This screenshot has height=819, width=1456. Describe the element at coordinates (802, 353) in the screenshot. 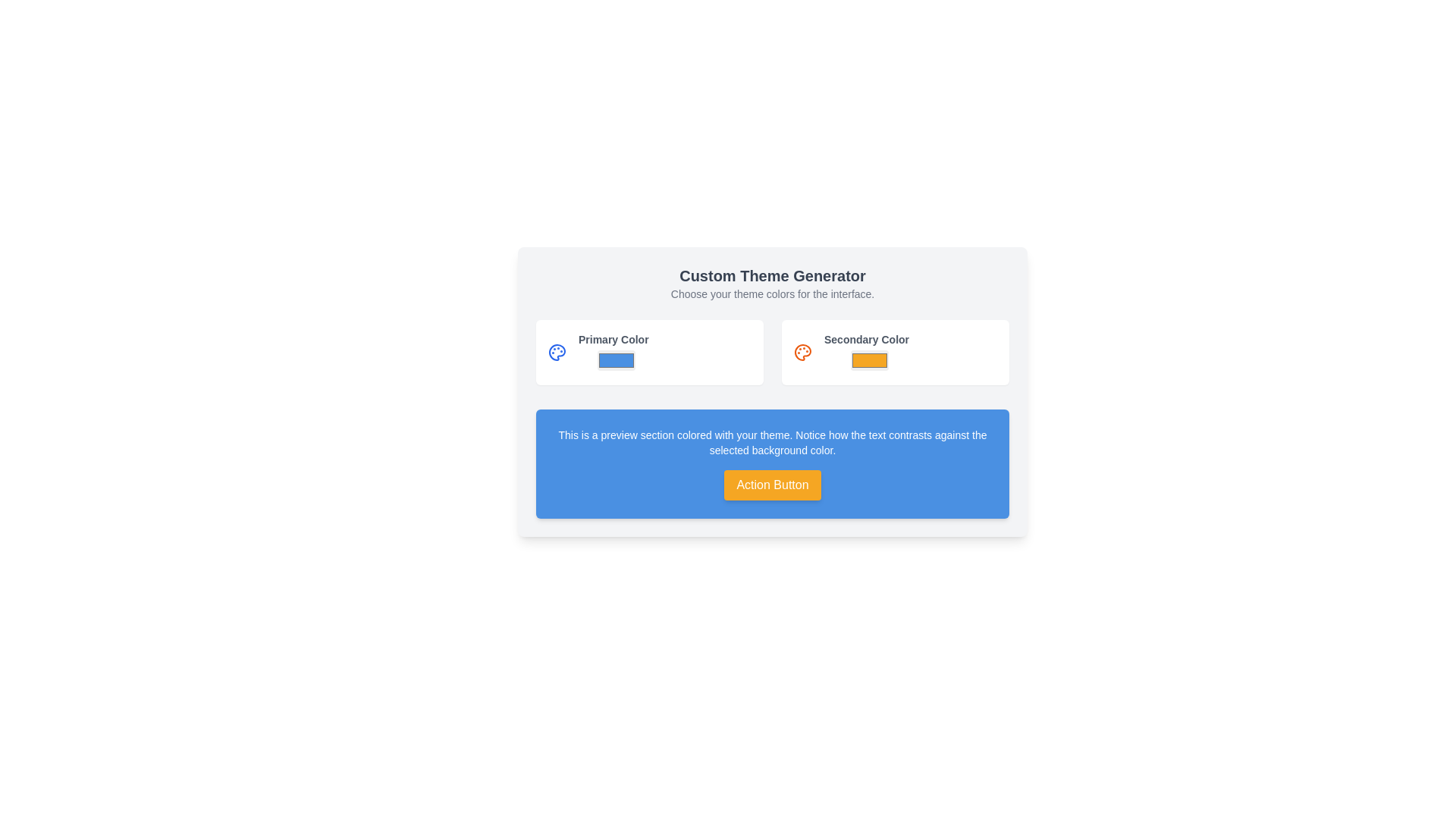

I see `the Decorative icon located at the top-center of the 'Secondary Color' card, adjacent to the color picker and label text` at that location.